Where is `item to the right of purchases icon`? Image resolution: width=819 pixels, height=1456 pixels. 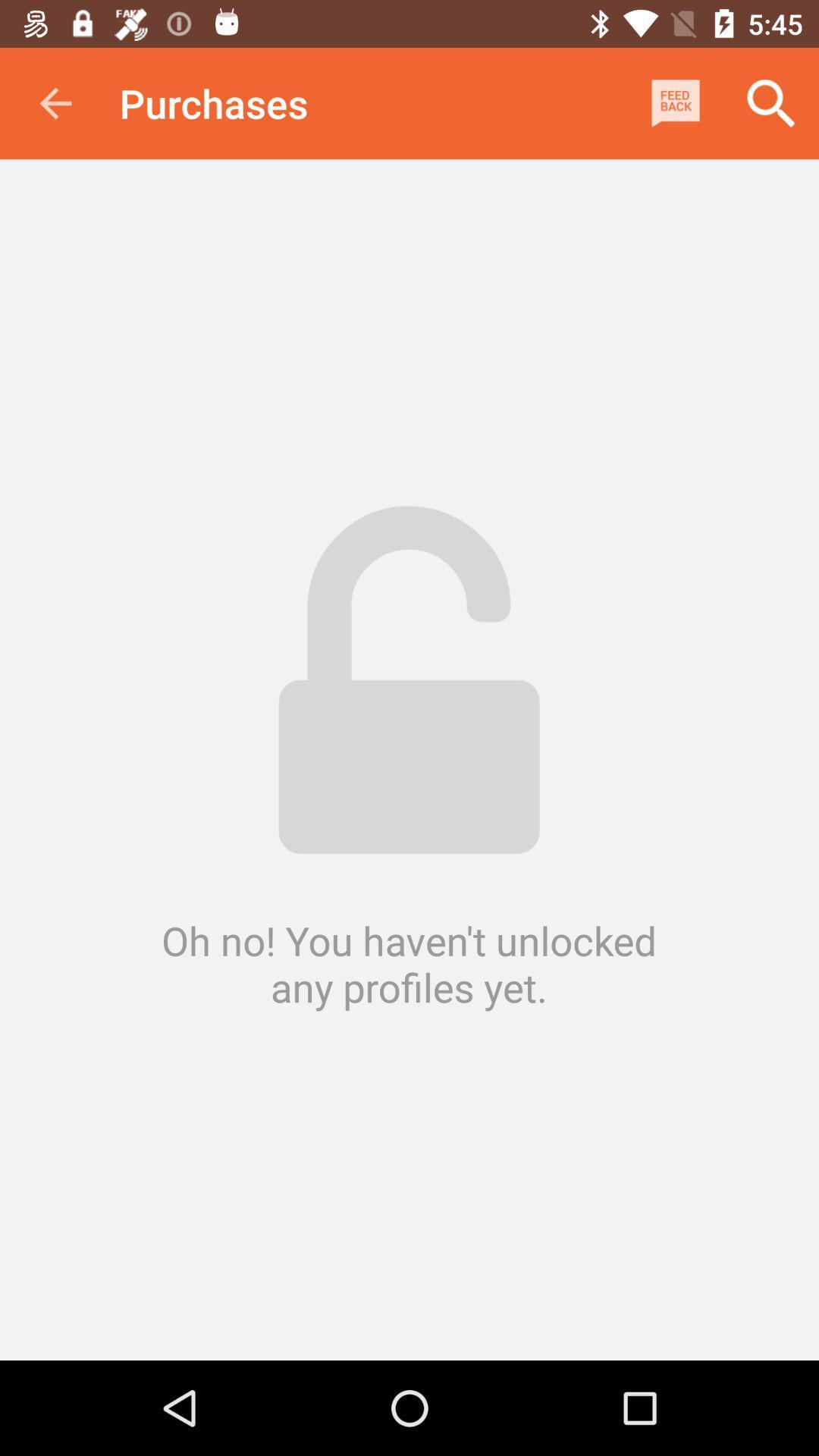
item to the right of purchases icon is located at coordinates (675, 102).